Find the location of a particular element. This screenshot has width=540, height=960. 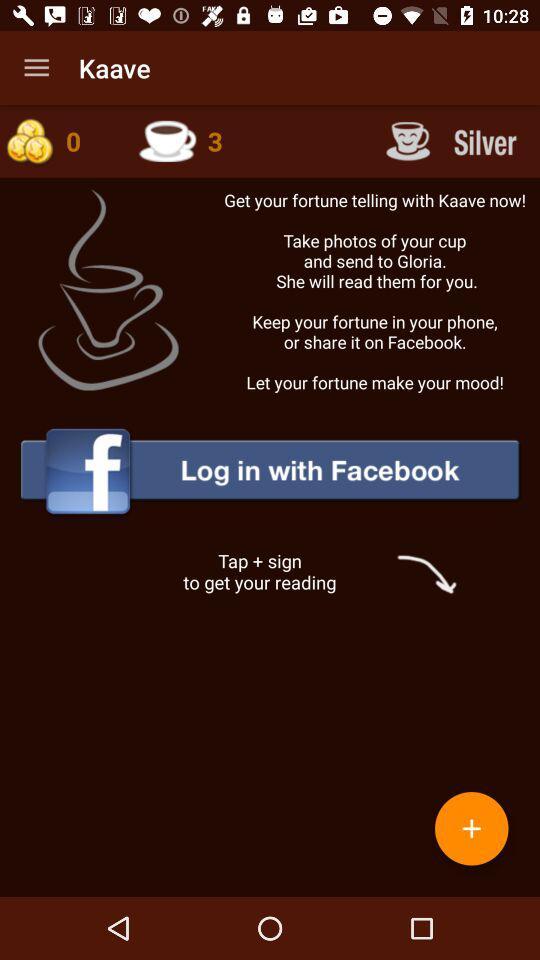

the add icon is located at coordinates (471, 828).